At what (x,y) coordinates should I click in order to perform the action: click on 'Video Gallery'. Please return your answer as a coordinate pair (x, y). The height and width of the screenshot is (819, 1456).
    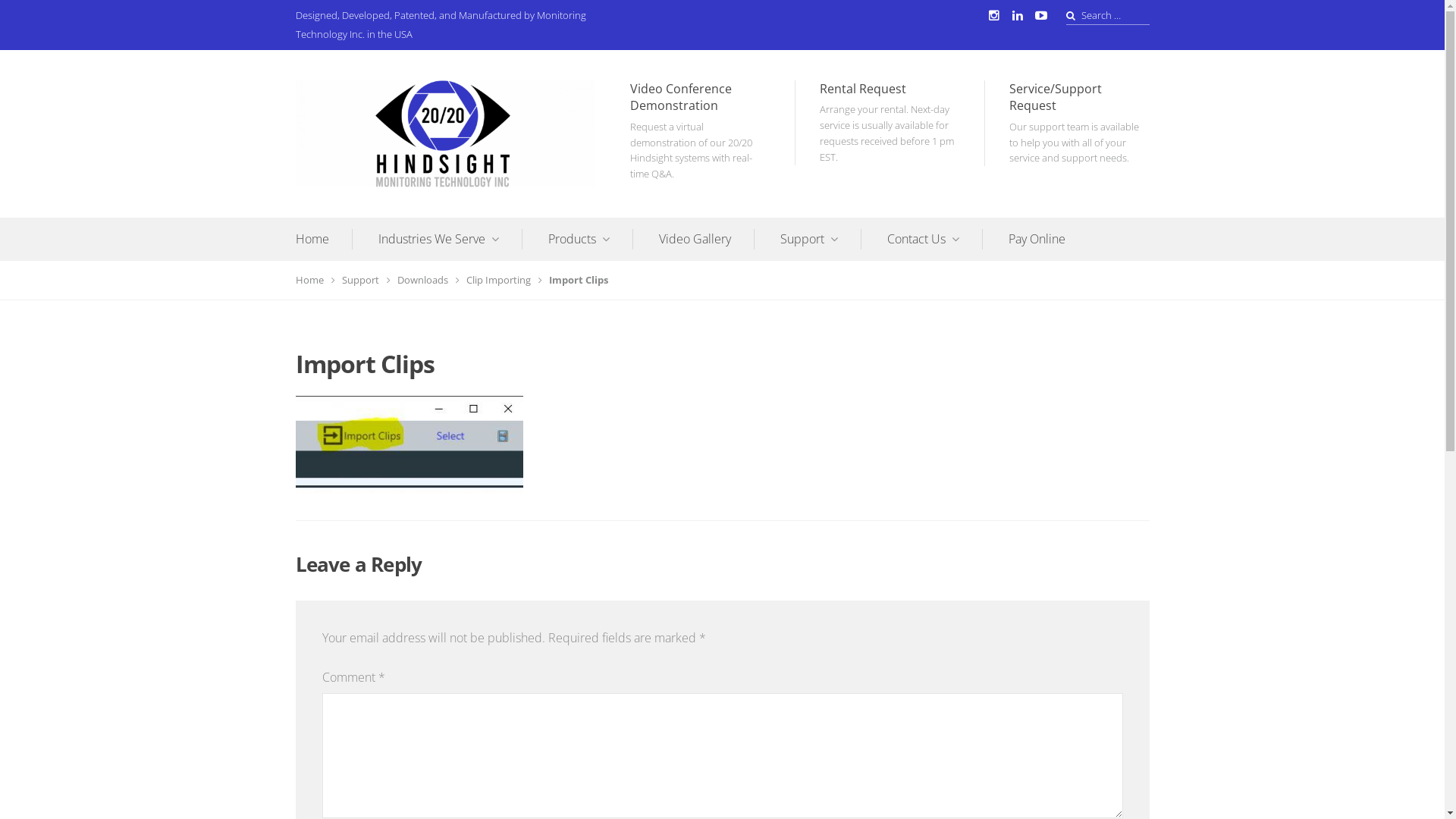
    Looking at the image, I should click on (658, 239).